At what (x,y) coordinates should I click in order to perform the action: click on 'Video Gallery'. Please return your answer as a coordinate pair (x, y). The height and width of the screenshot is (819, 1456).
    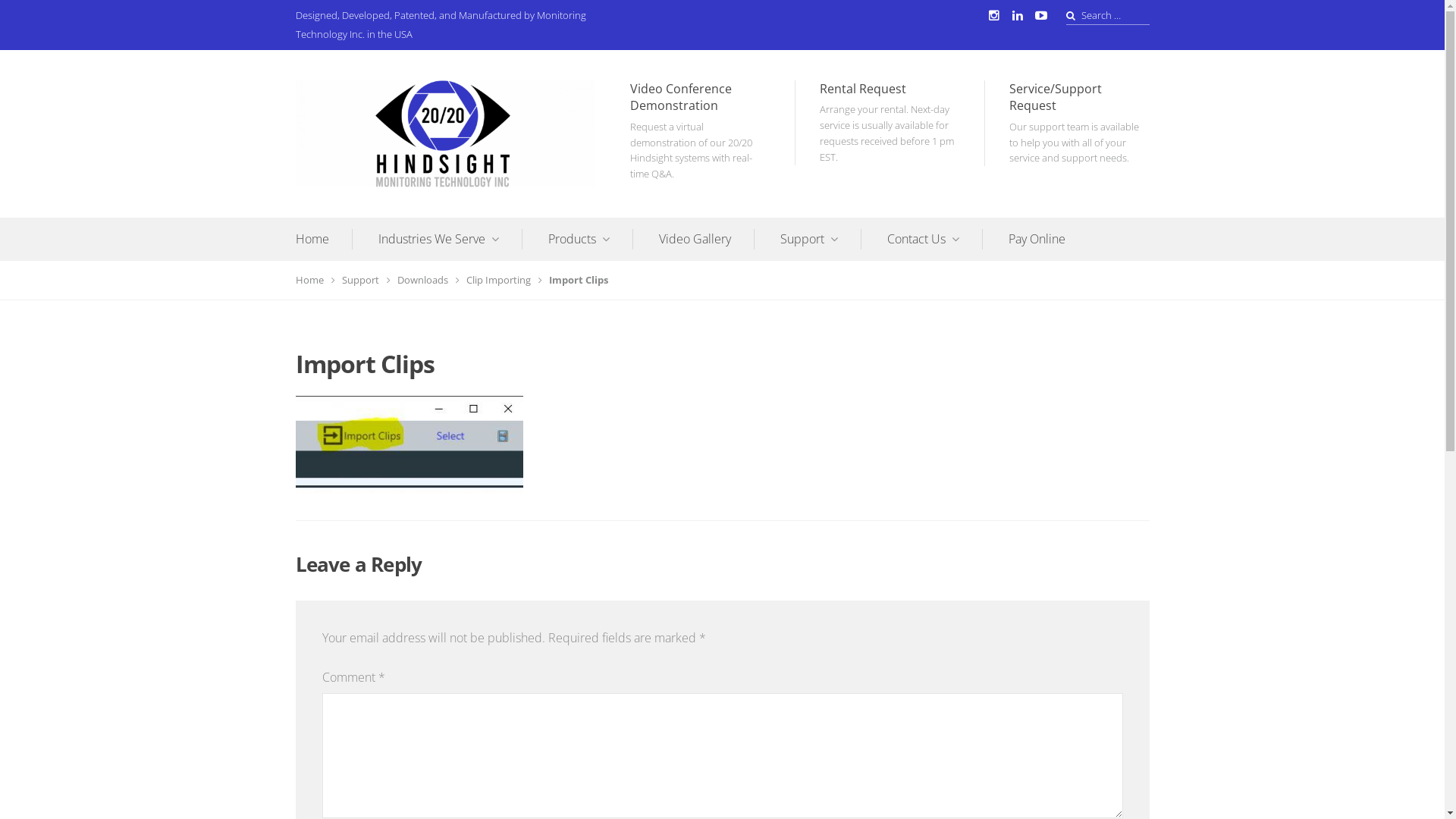
    Looking at the image, I should click on (658, 239).